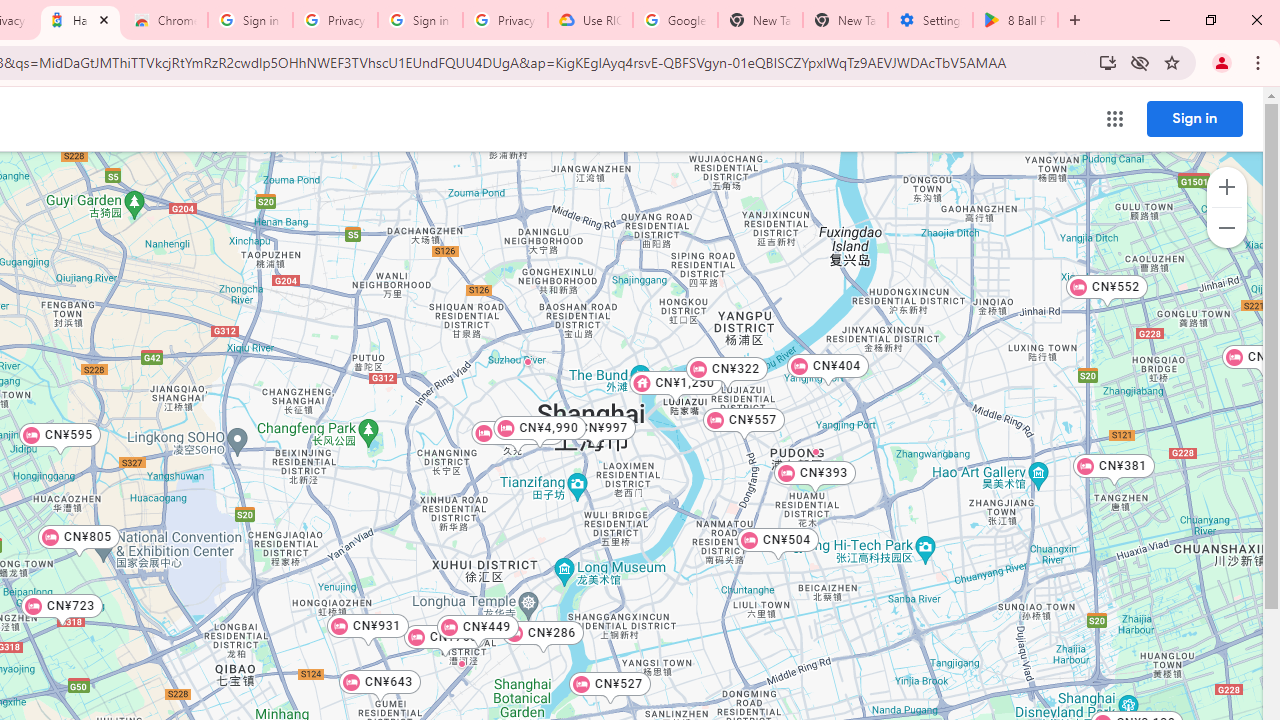 Image resolution: width=1280 pixels, height=720 pixels. What do you see at coordinates (929, 20) in the screenshot?
I see `'Settings - System'` at bounding box center [929, 20].